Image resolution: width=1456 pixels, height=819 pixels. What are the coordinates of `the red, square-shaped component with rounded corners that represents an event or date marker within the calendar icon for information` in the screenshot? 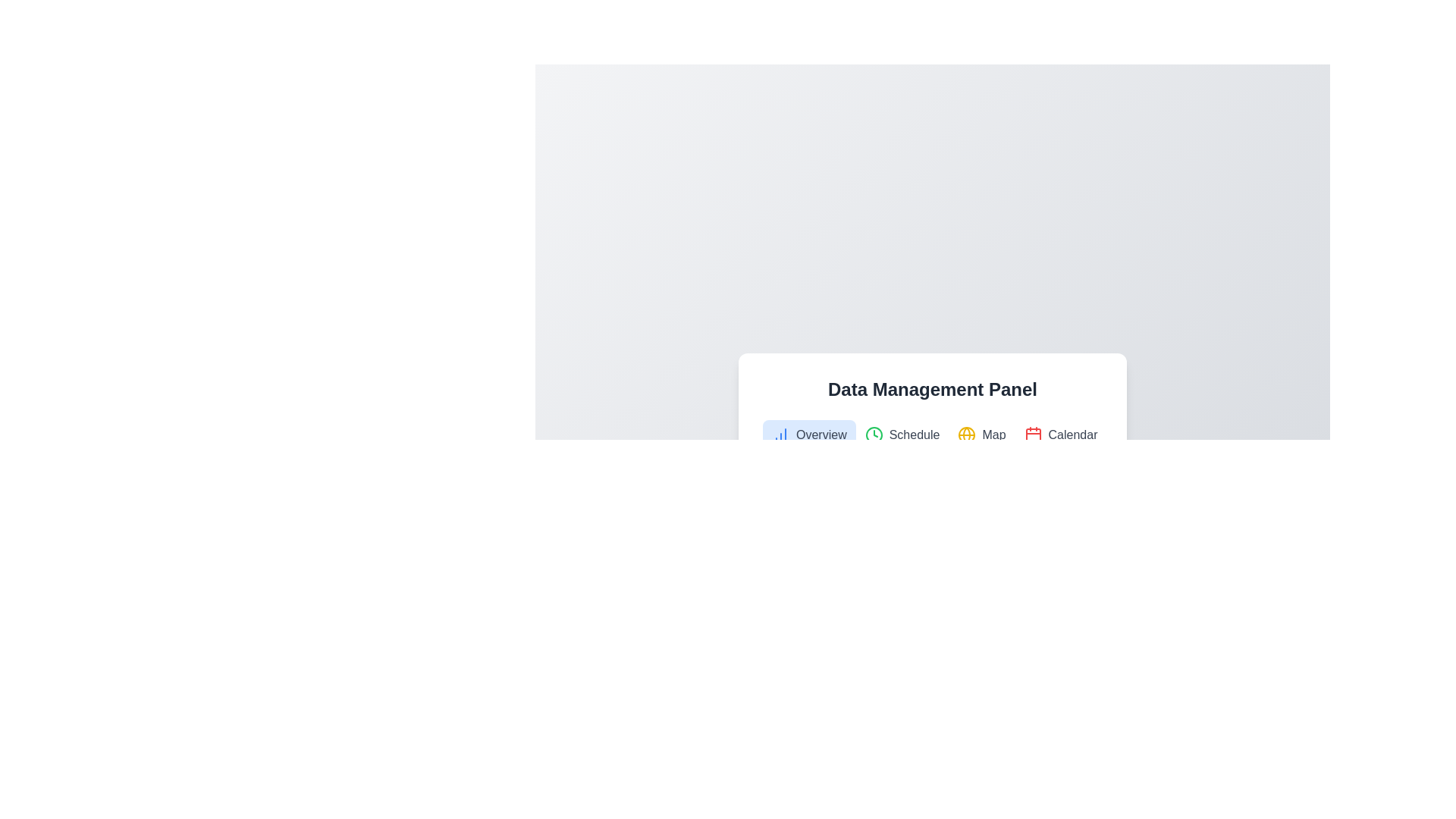 It's located at (1032, 435).